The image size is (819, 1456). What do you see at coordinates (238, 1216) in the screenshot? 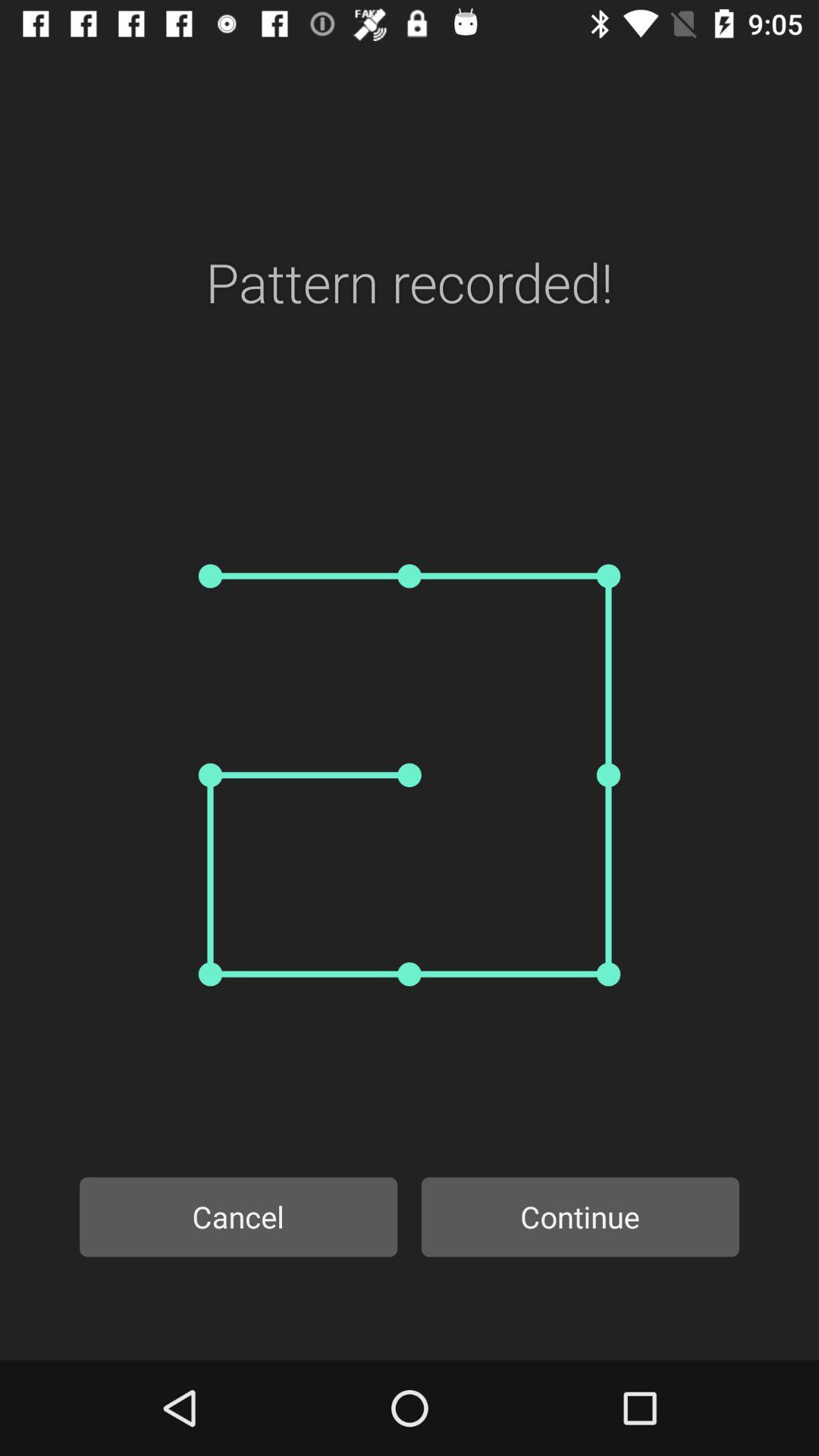
I see `item to the left of the continue item` at bounding box center [238, 1216].